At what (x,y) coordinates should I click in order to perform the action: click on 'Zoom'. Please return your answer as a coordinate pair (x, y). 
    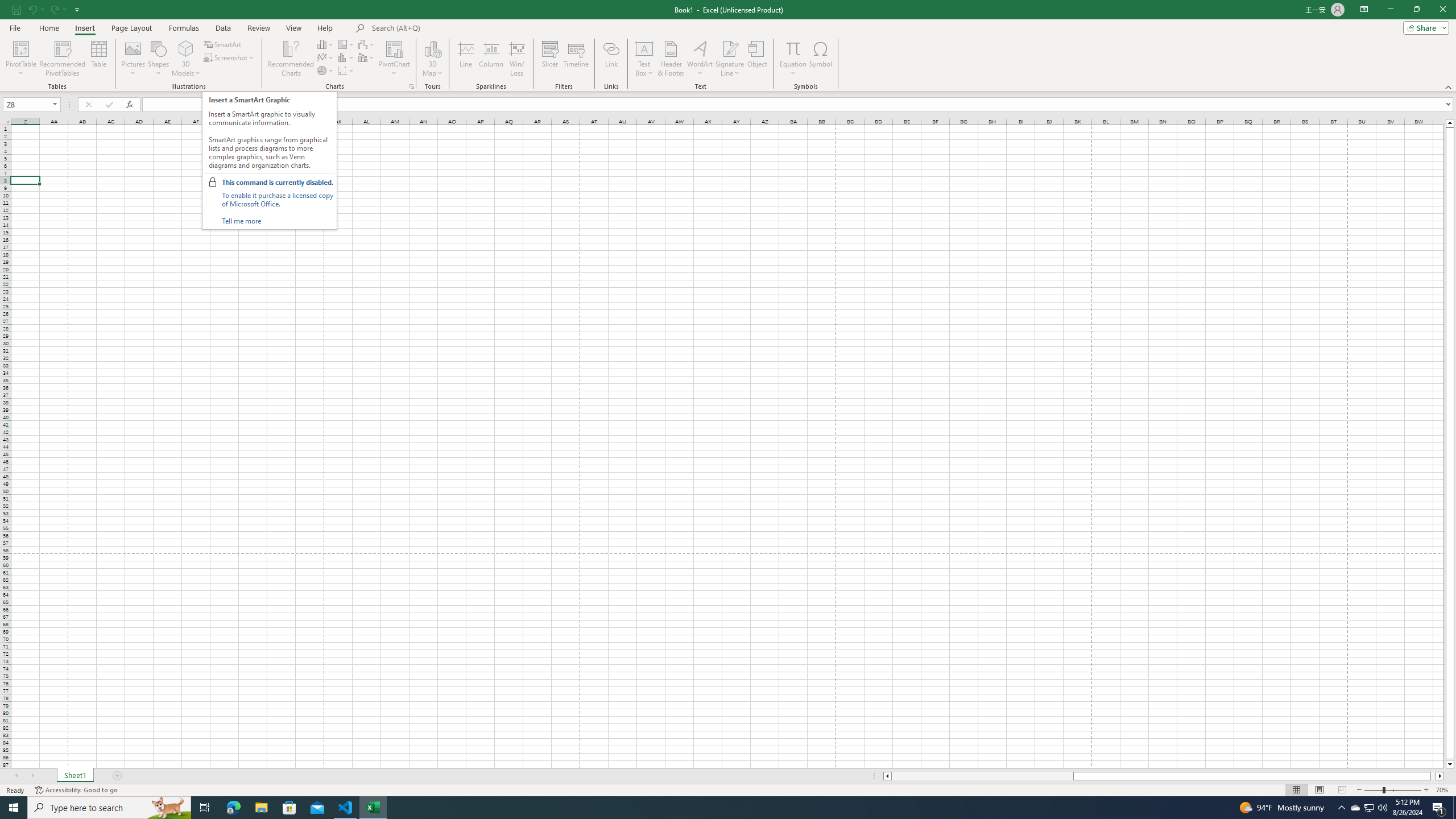
    Looking at the image, I should click on (1392, 790).